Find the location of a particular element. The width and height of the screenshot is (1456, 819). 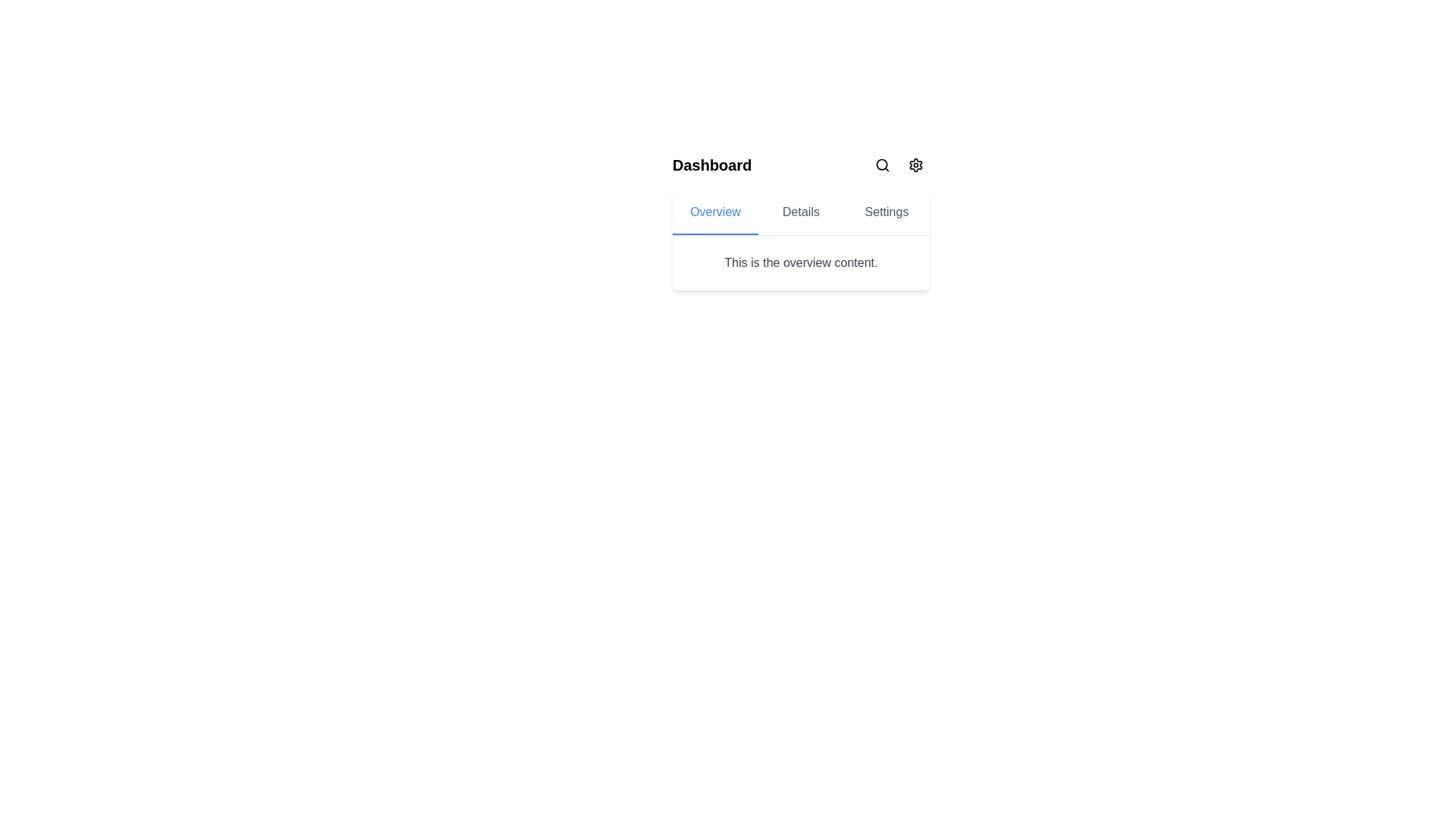

the first tab in the horizontal tab group located below the 'Dashboard' section is located at coordinates (714, 213).